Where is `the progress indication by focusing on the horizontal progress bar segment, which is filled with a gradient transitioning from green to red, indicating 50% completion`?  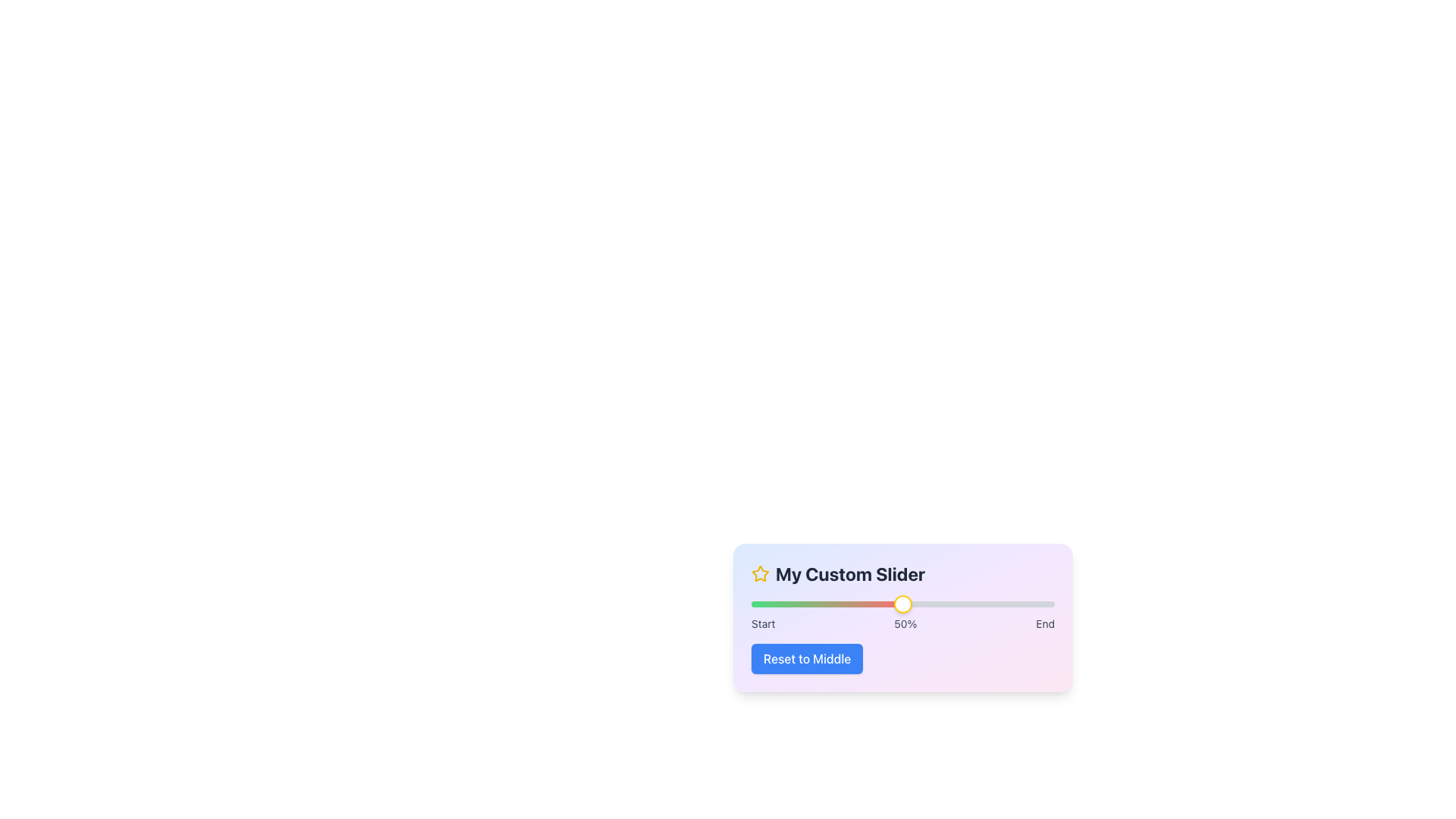 the progress indication by focusing on the horizontal progress bar segment, which is filled with a gradient transitioning from green to red, indicating 50% completion is located at coordinates (826, 604).